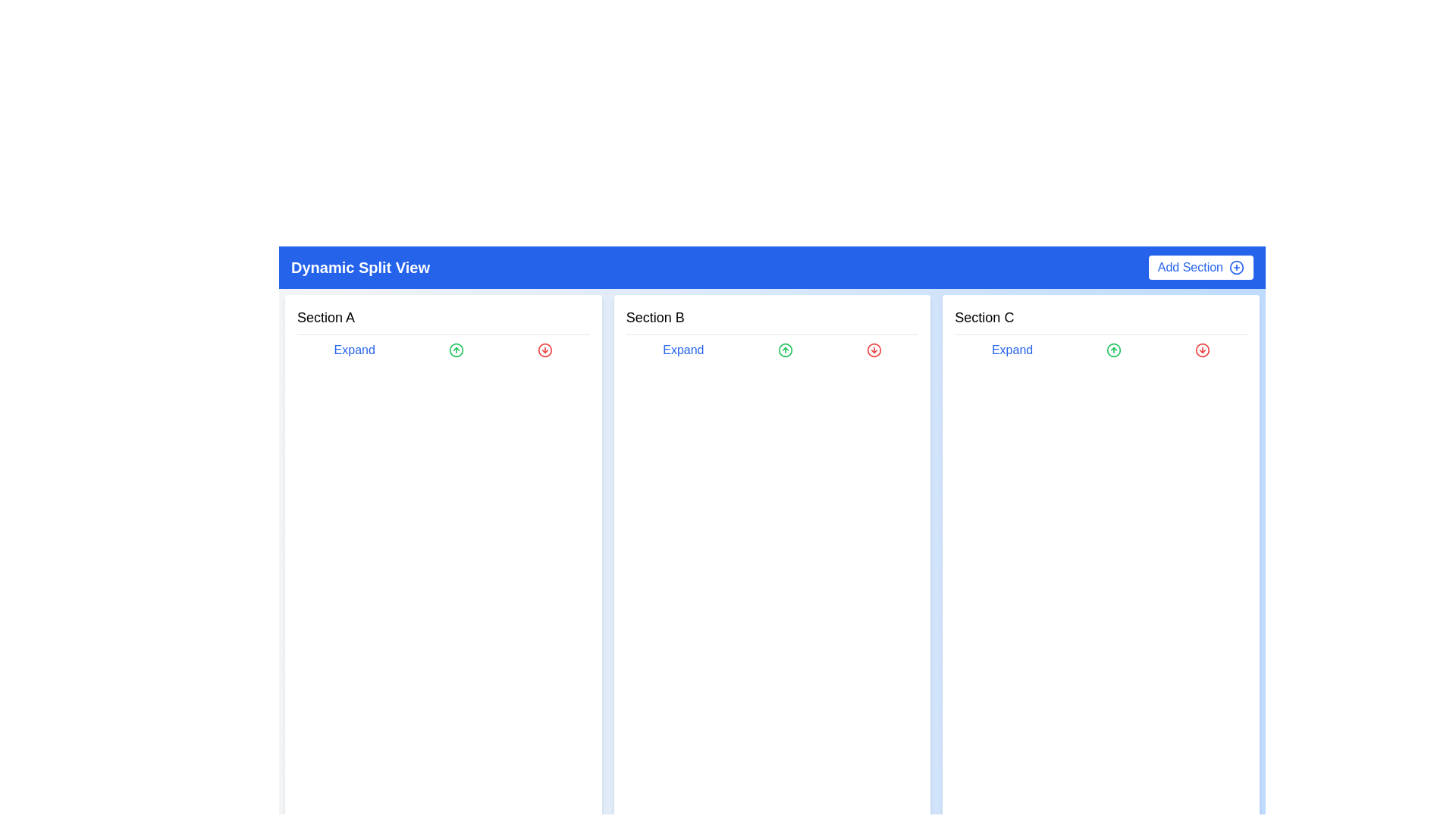  What do you see at coordinates (1100, 350) in the screenshot?
I see `the up-arrow icon within the UI group component located in 'Section C'` at bounding box center [1100, 350].